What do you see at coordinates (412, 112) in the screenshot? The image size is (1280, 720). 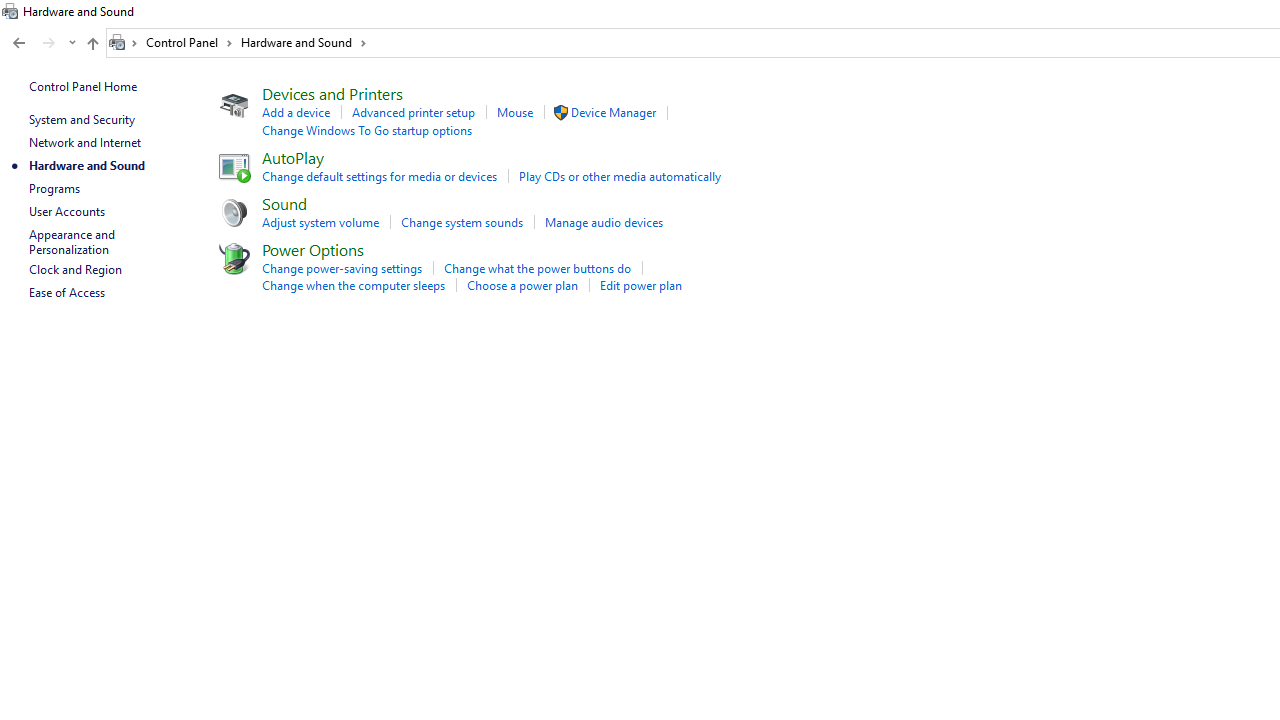 I see `'Advanced printer setup'` at bounding box center [412, 112].